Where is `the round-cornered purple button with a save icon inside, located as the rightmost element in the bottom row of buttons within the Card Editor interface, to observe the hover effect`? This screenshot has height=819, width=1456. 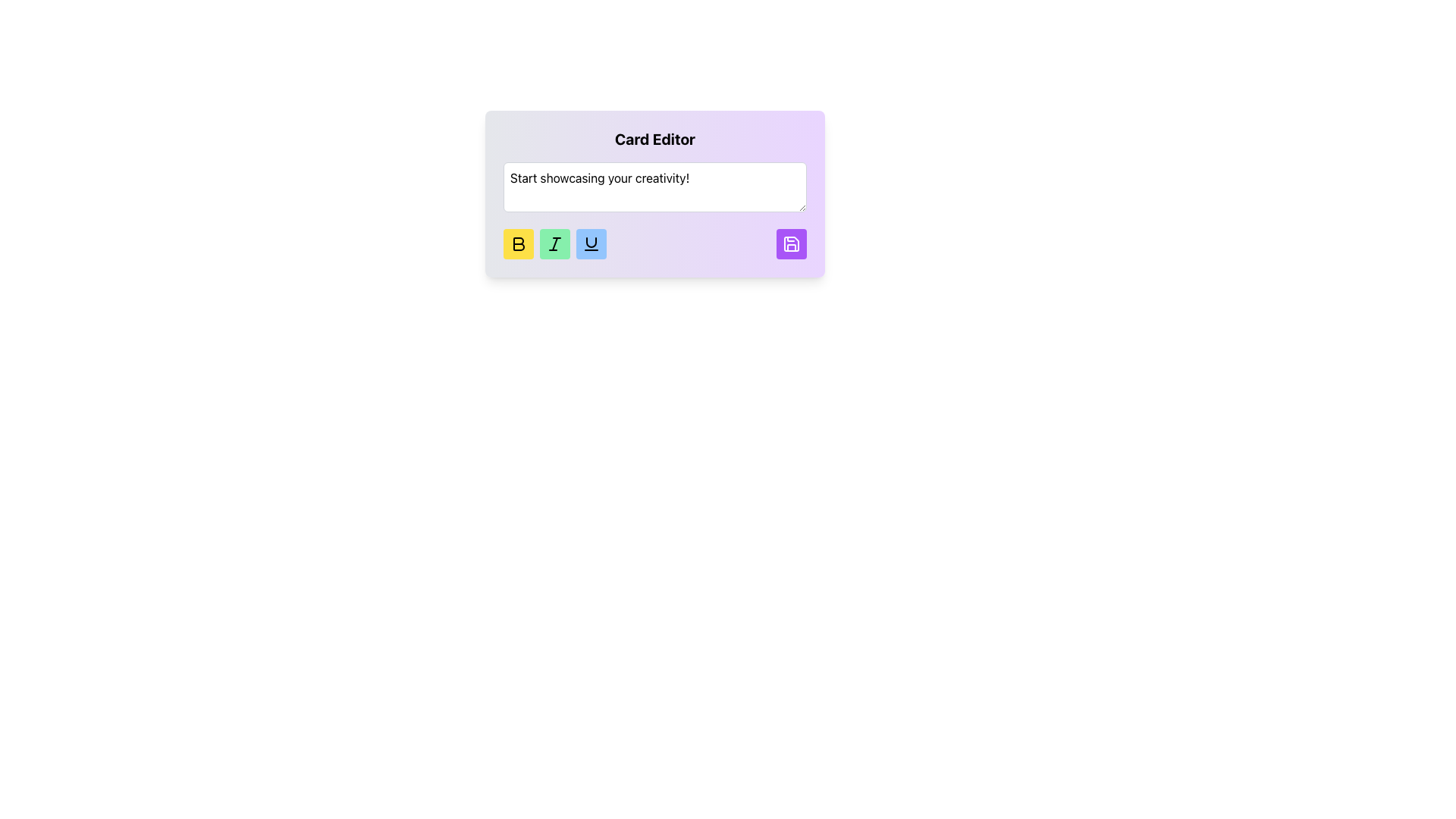 the round-cornered purple button with a save icon inside, located as the rightmost element in the bottom row of buttons within the Card Editor interface, to observe the hover effect is located at coordinates (790, 243).